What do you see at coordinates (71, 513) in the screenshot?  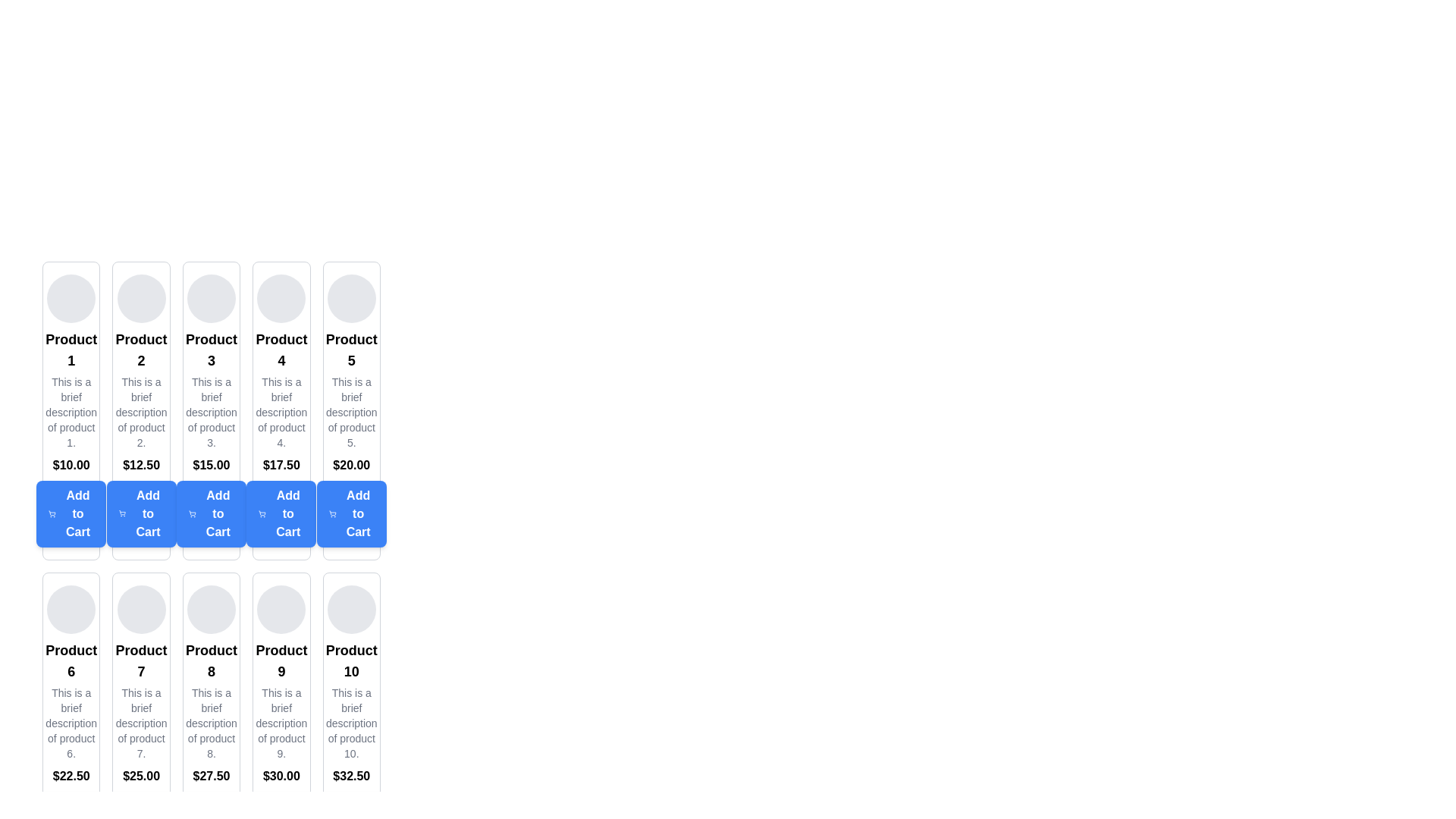 I see `the 'Add to Cart' button, which is a blue rectangular button with white text and a cart icon, located at the bottom of the 'Product 1' card` at bounding box center [71, 513].